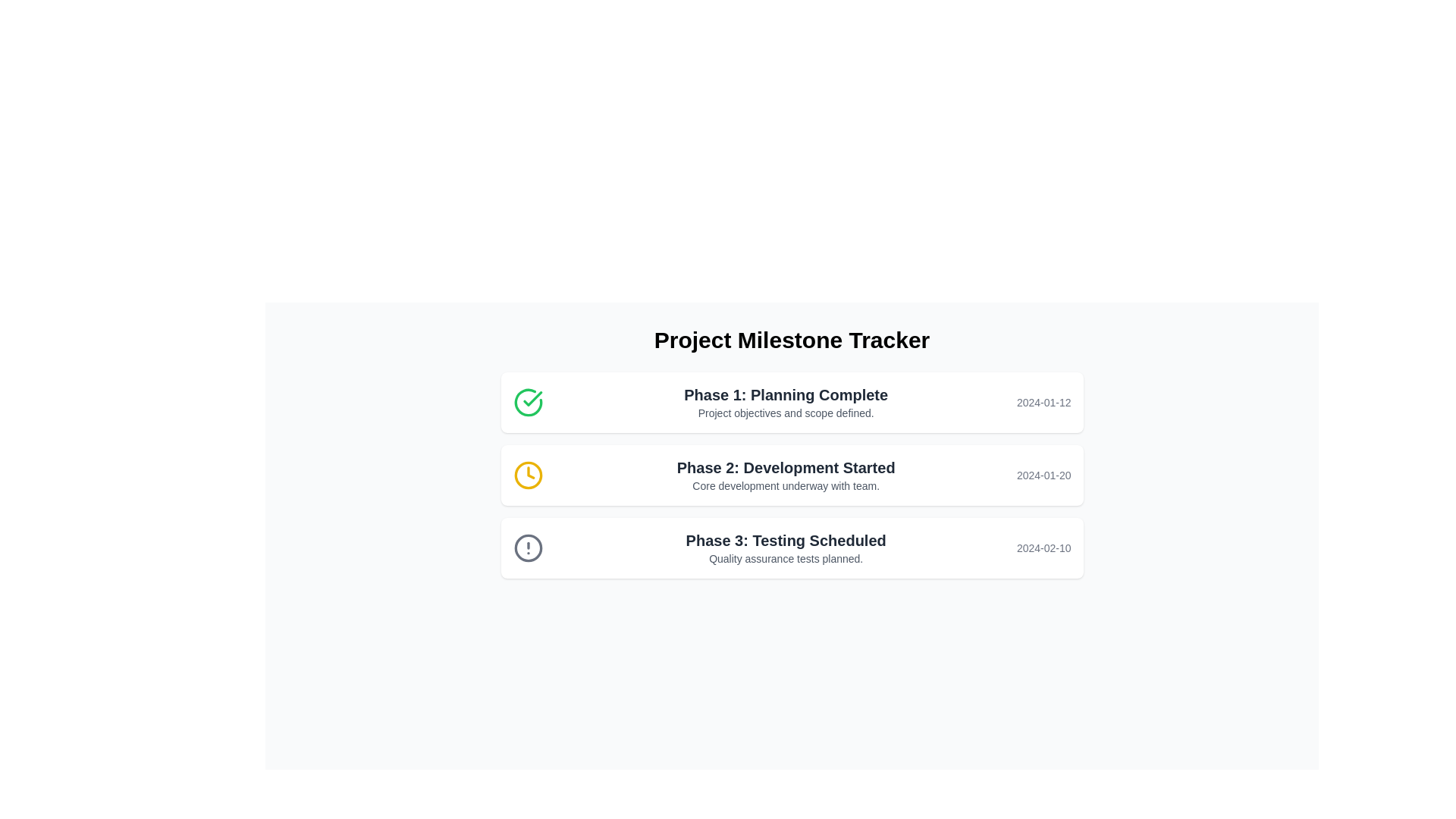 The image size is (1456, 819). I want to click on date displayed in the static text label showing '2024-01-20', which is the third date in the right column of the milestone tracker, so click(1043, 475).